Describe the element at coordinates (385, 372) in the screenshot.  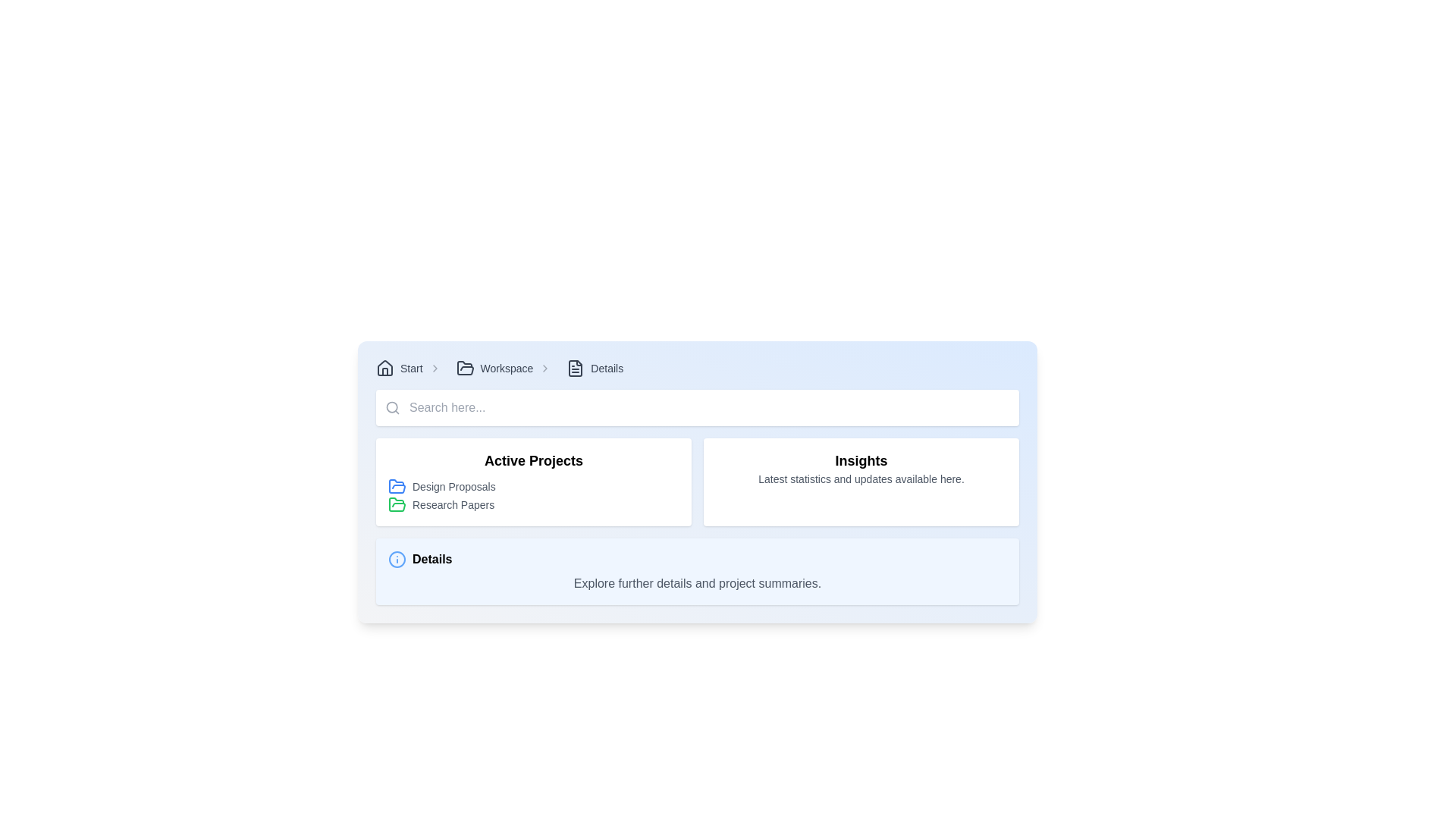
I see `door icon of the house in the breadcrumb navigation for accessibility purposes` at that location.